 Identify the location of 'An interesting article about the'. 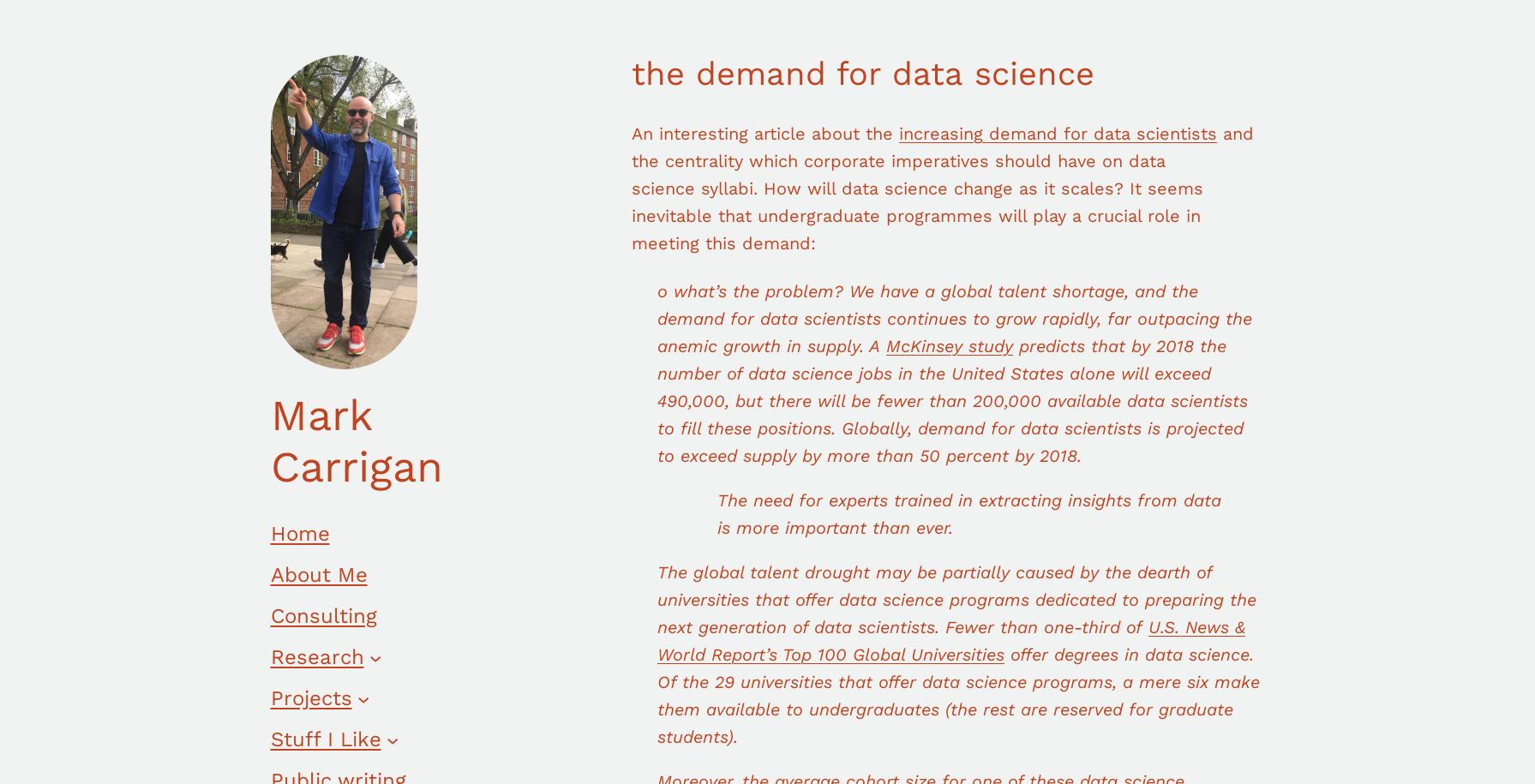
(764, 132).